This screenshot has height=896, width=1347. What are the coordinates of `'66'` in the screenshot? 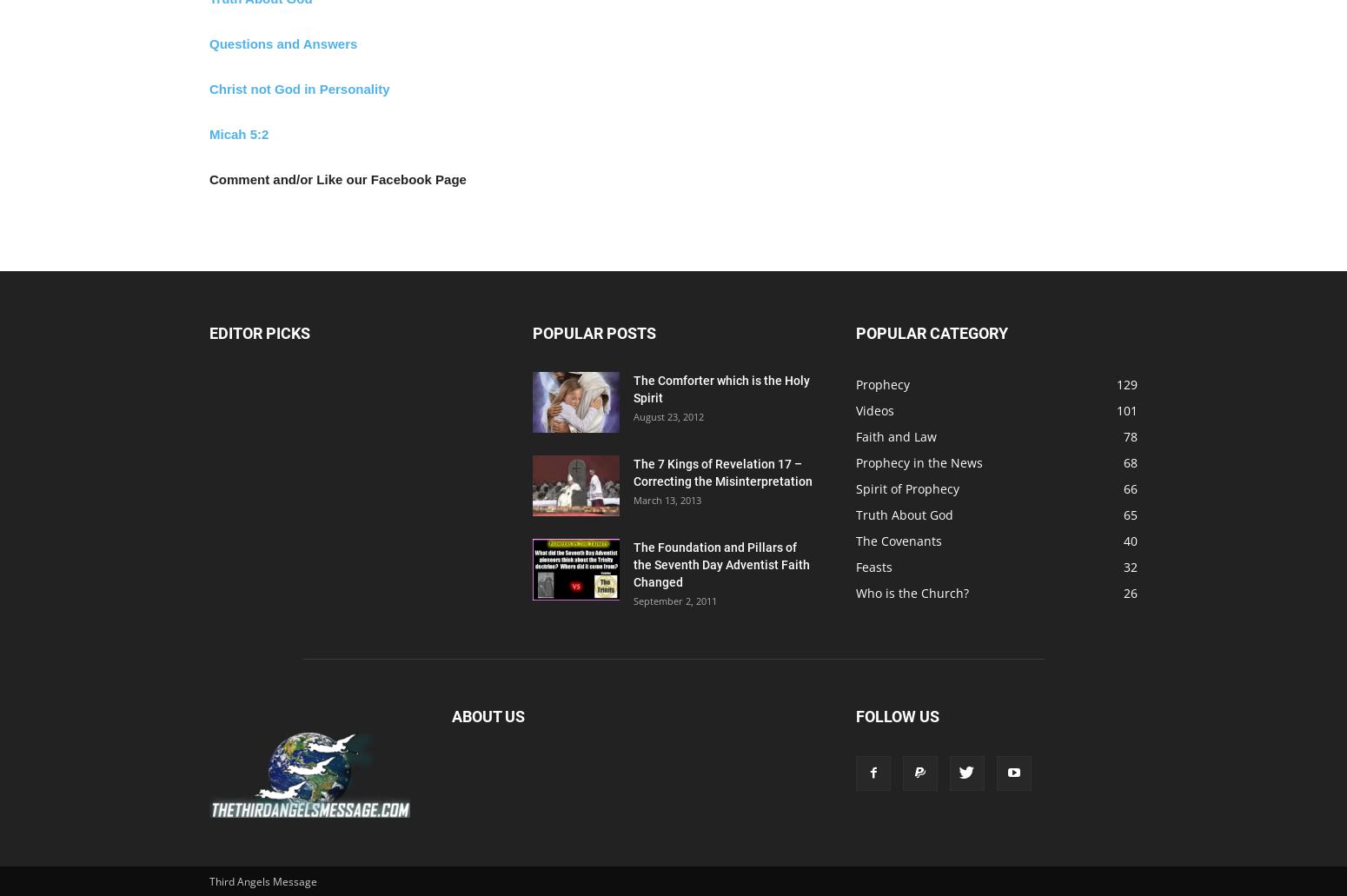 It's located at (1130, 488).